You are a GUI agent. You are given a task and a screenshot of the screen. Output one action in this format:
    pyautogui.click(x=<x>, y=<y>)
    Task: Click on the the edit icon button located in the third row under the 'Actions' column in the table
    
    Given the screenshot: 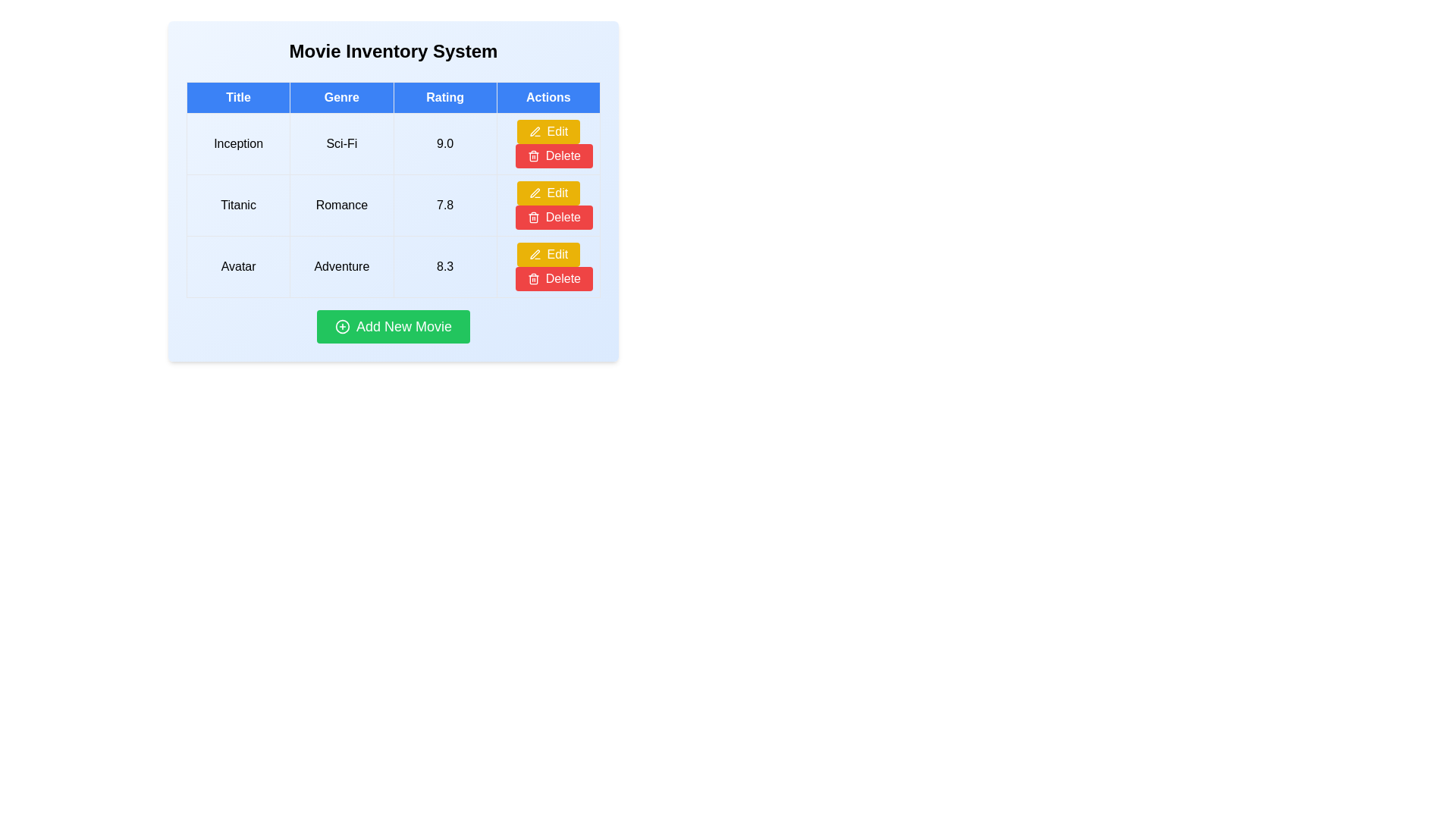 What is the action you would take?
    pyautogui.click(x=535, y=253)
    